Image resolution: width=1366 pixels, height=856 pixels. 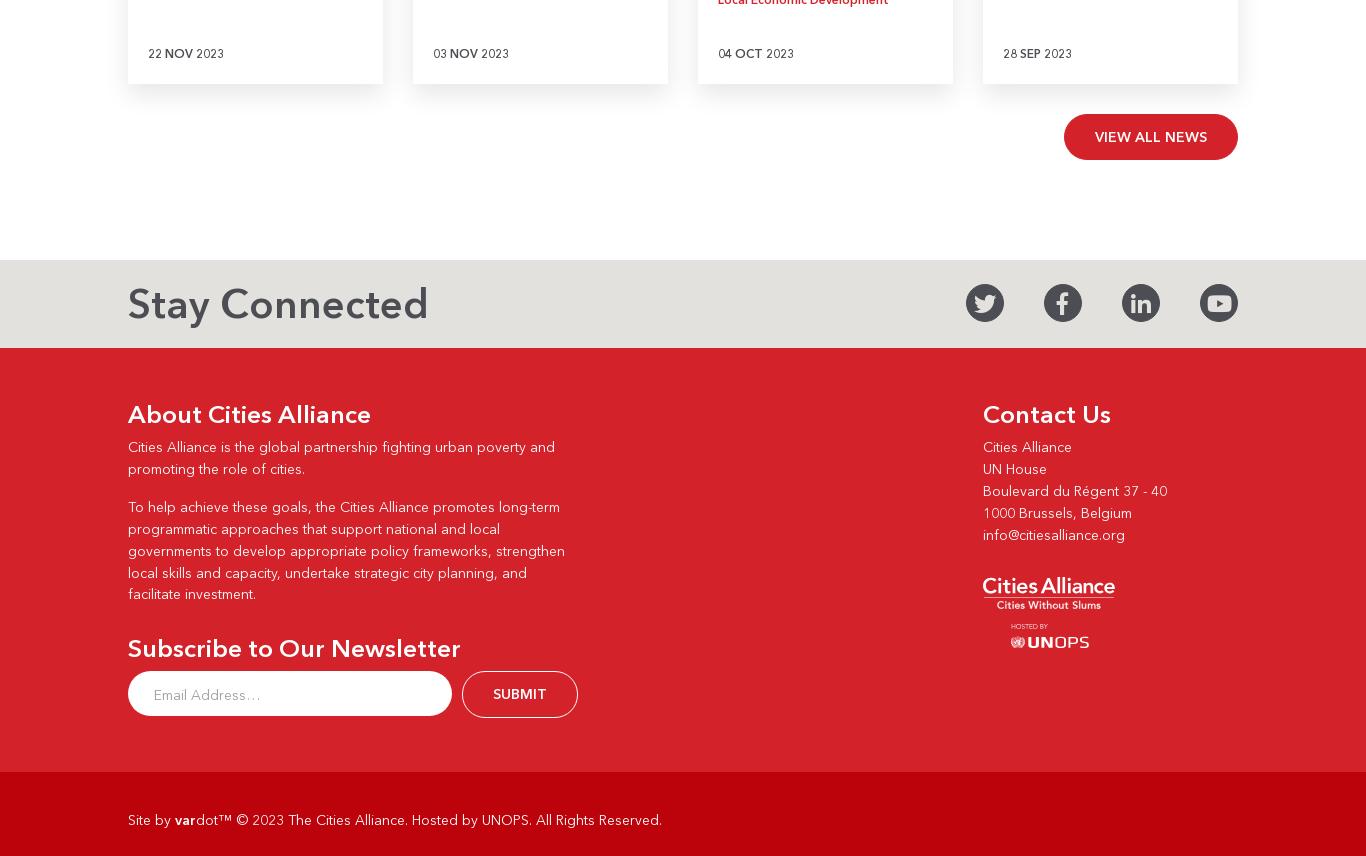 I want to click on '. All Rights Reserved.', so click(x=594, y=819).